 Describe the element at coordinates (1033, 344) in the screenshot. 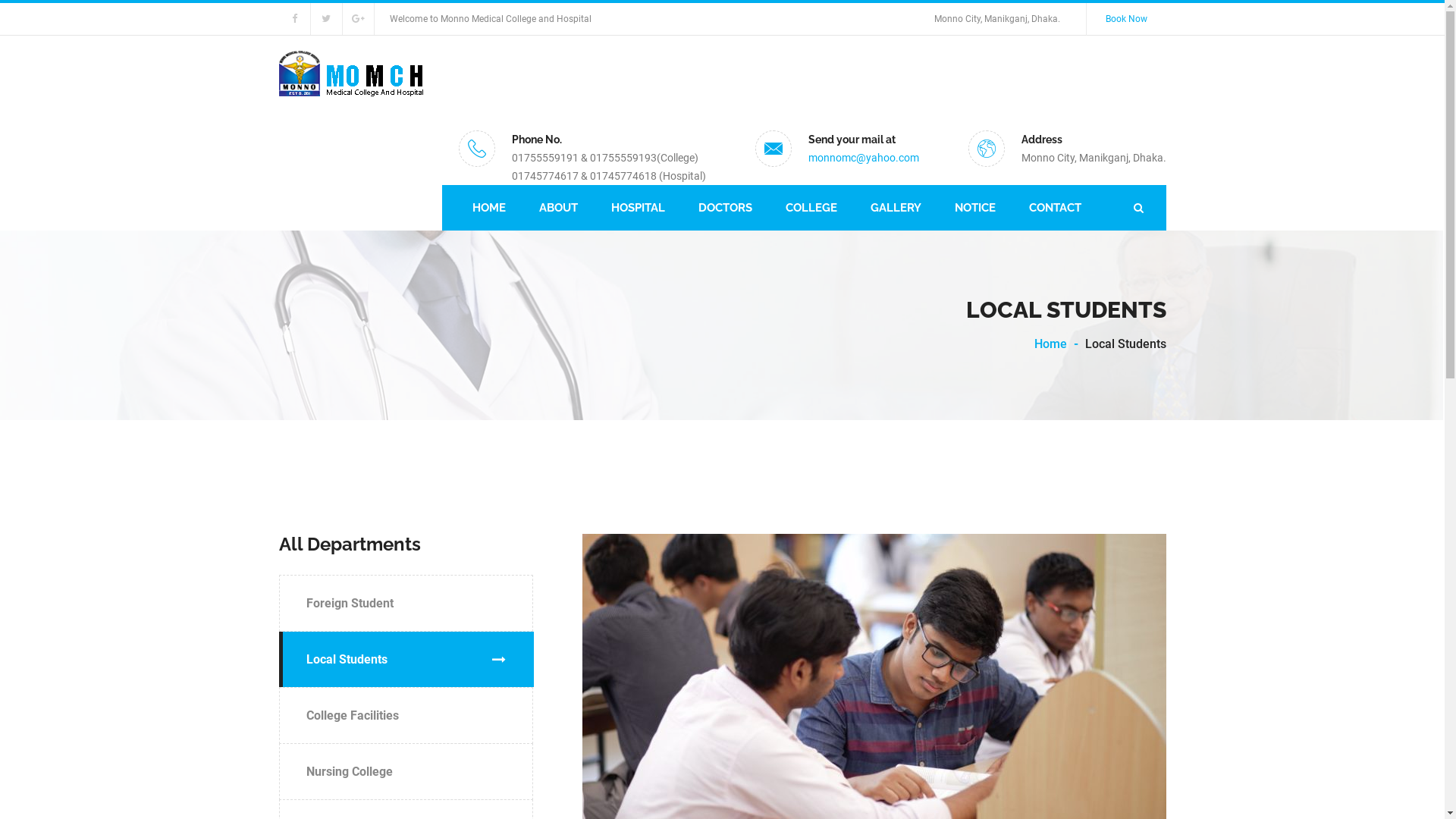

I see `'Home'` at that location.